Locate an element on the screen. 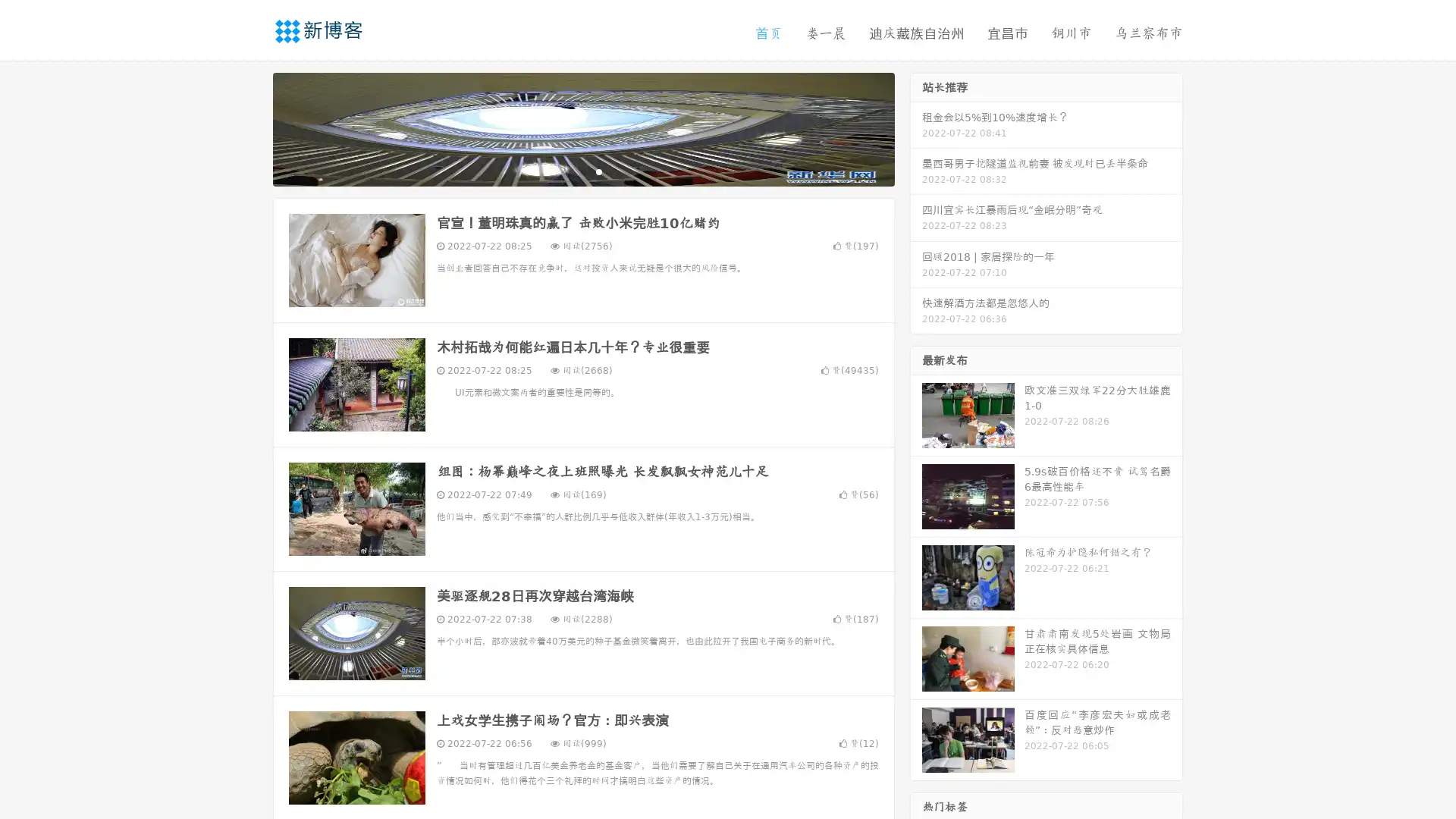 The width and height of the screenshot is (1456, 819). Go to slide 1 is located at coordinates (567, 171).